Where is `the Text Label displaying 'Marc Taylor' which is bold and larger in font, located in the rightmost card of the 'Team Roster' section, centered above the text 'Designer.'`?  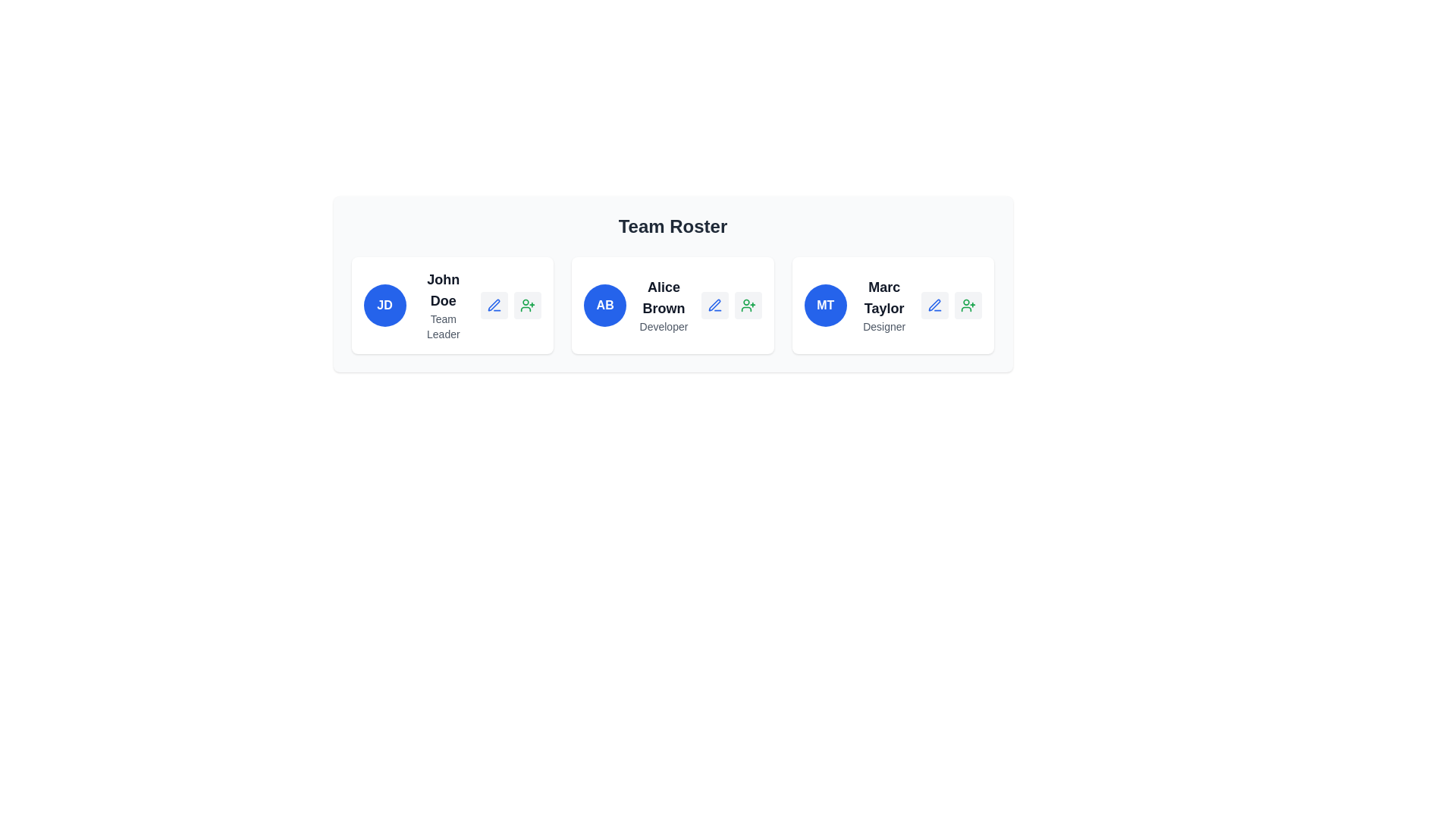
the Text Label displaying 'Marc Taylor' which is bold and larger in font, located in the rightmost card of the 'Team Roster' section, centered above the text 'Designer.' is located at coordinates (884, 298).